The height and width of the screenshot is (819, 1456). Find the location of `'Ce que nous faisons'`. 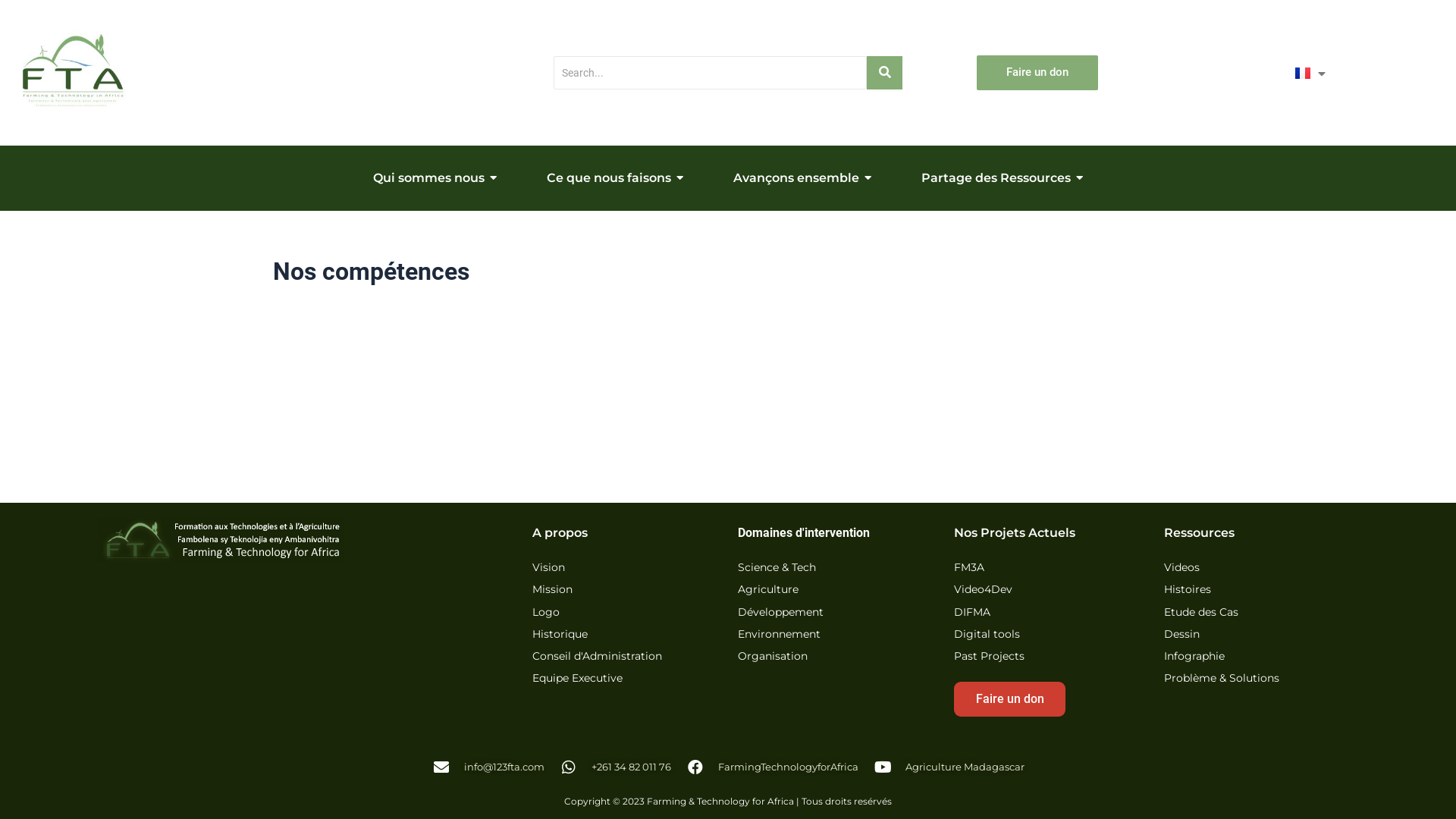

'Ce que nous faisons' is located at coordinates (615, 177).